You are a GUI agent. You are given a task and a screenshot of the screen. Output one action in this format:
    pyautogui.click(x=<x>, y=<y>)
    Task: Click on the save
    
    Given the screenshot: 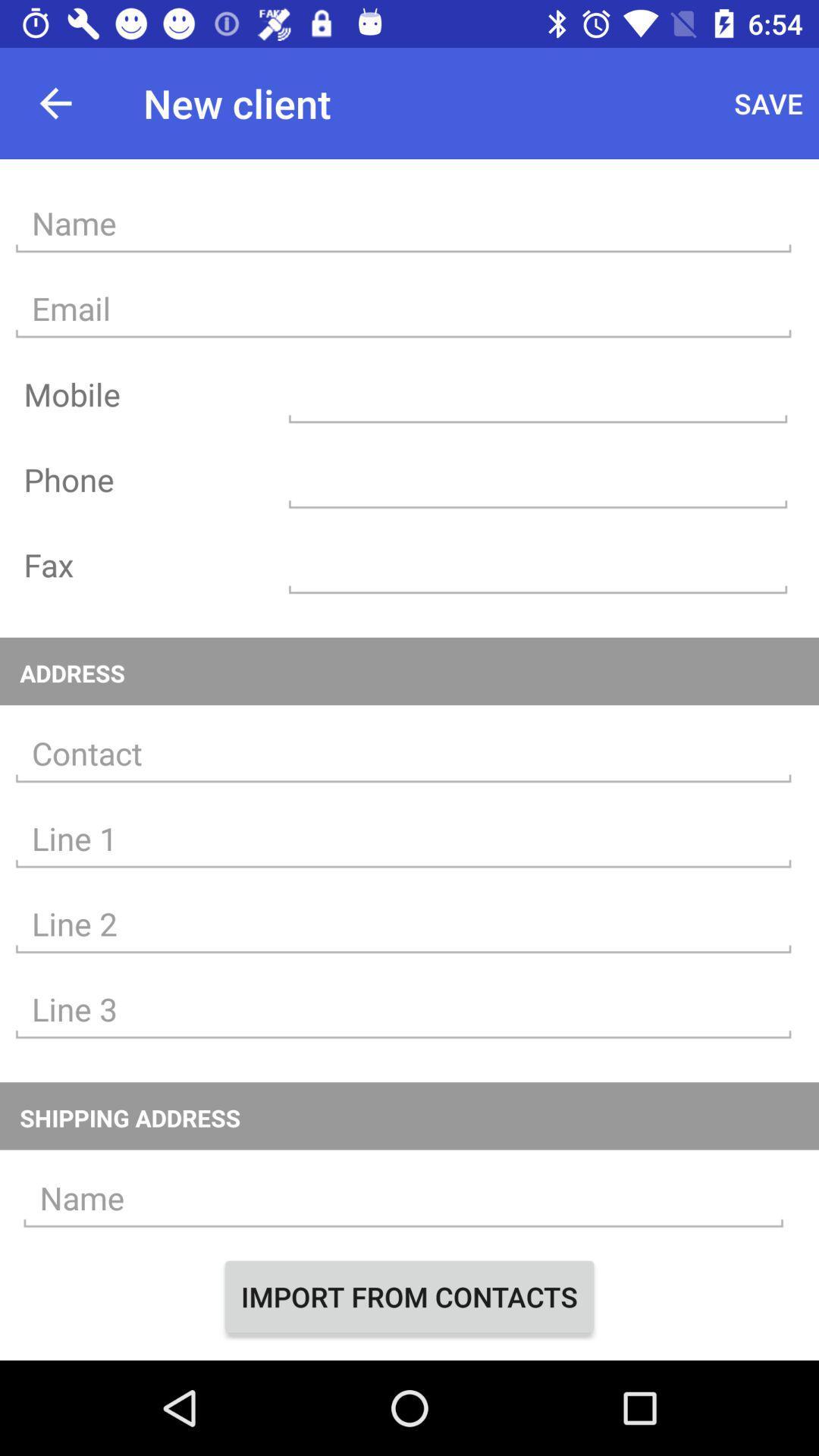 What is the action you would take?
    pyautogui.click(x=768, y=102)
    